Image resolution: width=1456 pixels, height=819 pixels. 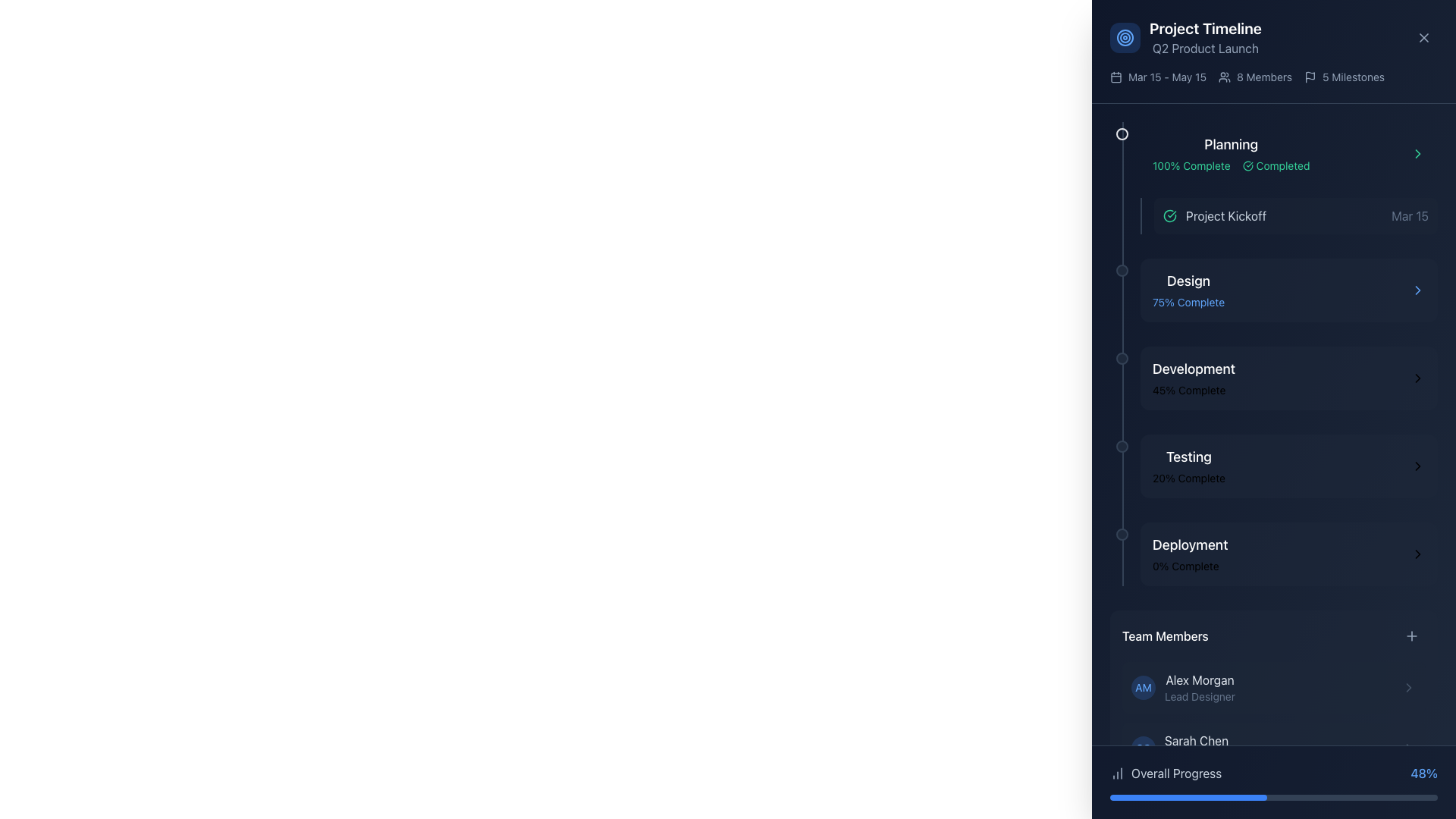 I want to click on the last item in the project timeline interface that represents the 'Deployment' stage, so click(x=1288, y=554).